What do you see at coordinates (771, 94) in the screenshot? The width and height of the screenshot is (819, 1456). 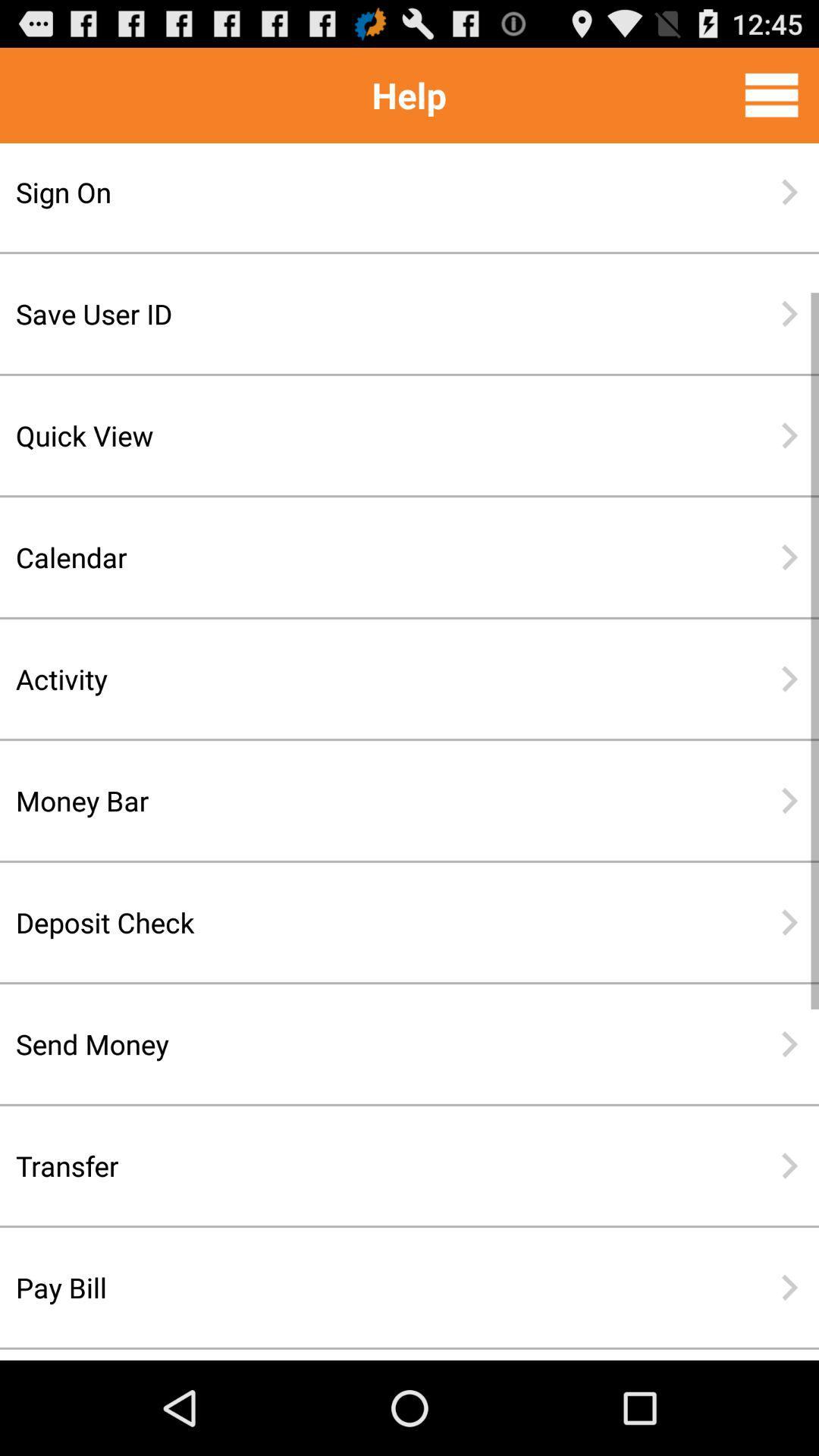 I see `the item to the right of help icon` at bounding box center [771, 94].